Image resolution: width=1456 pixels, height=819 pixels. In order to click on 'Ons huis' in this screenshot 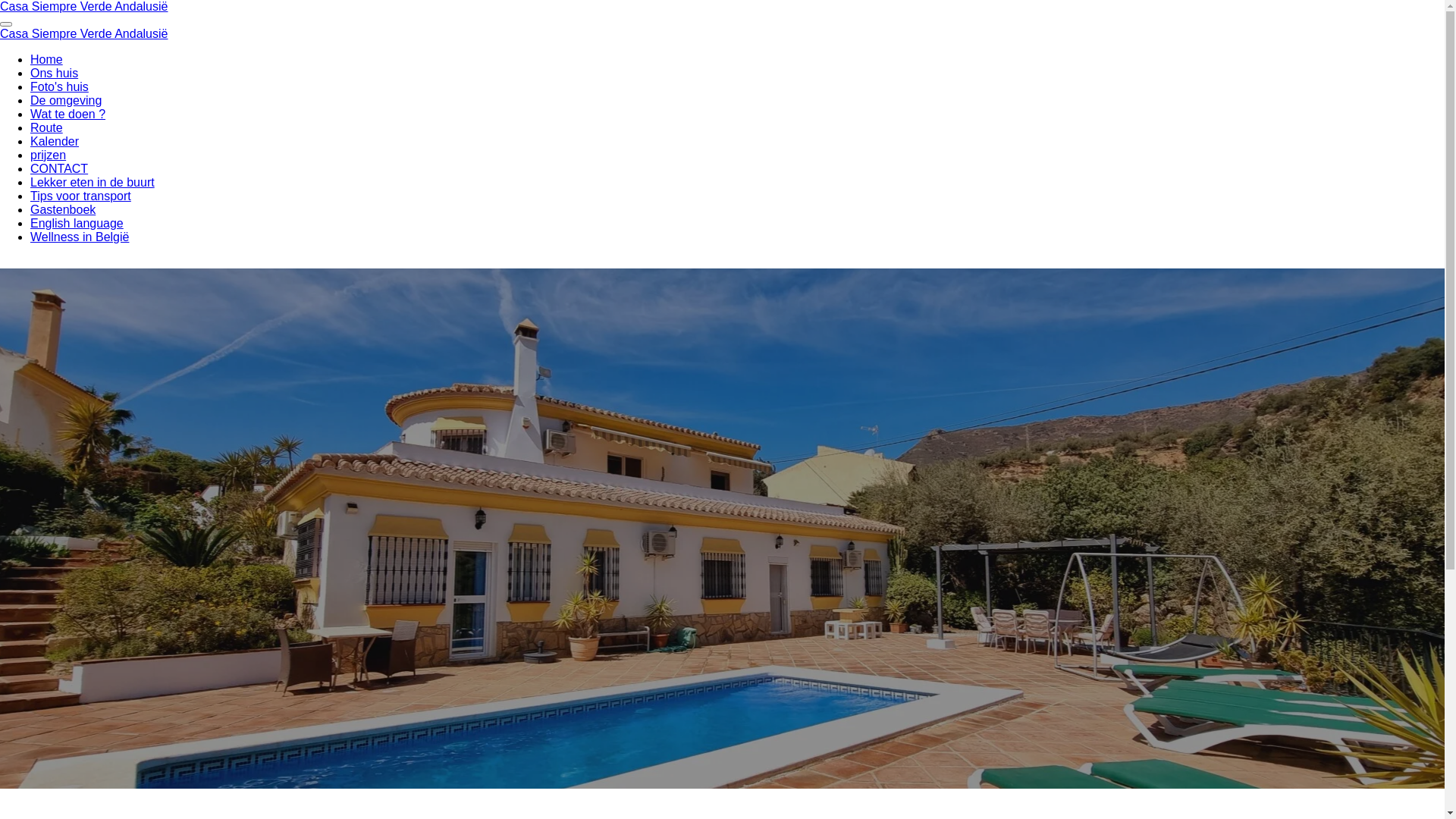, I will do `click(54, 73)`.